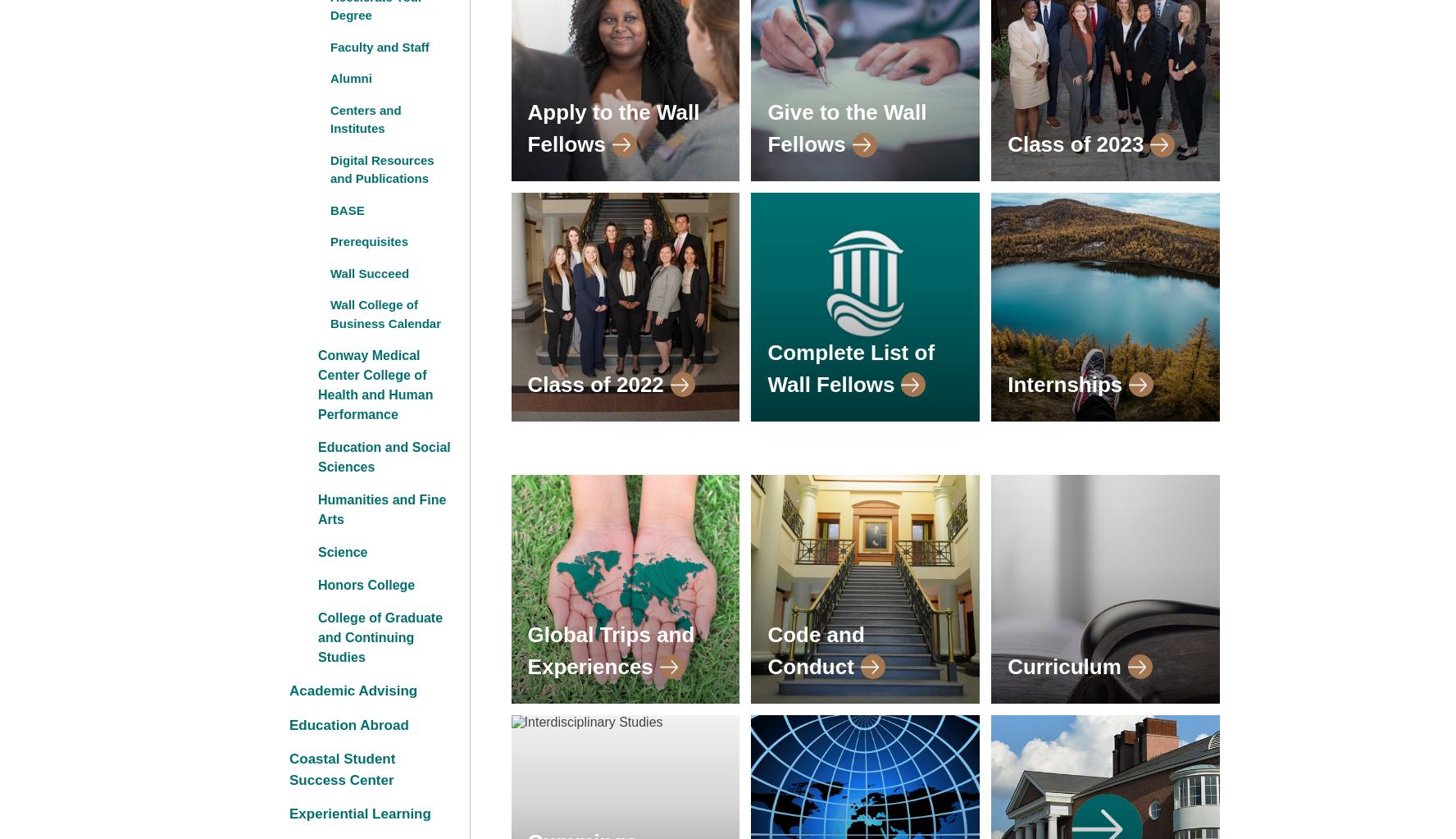 The height and width of the screenshot is (839, 1456). Describe the element at coordinates (347, 209) in the screenshot. I see `'BASE'` at that location.